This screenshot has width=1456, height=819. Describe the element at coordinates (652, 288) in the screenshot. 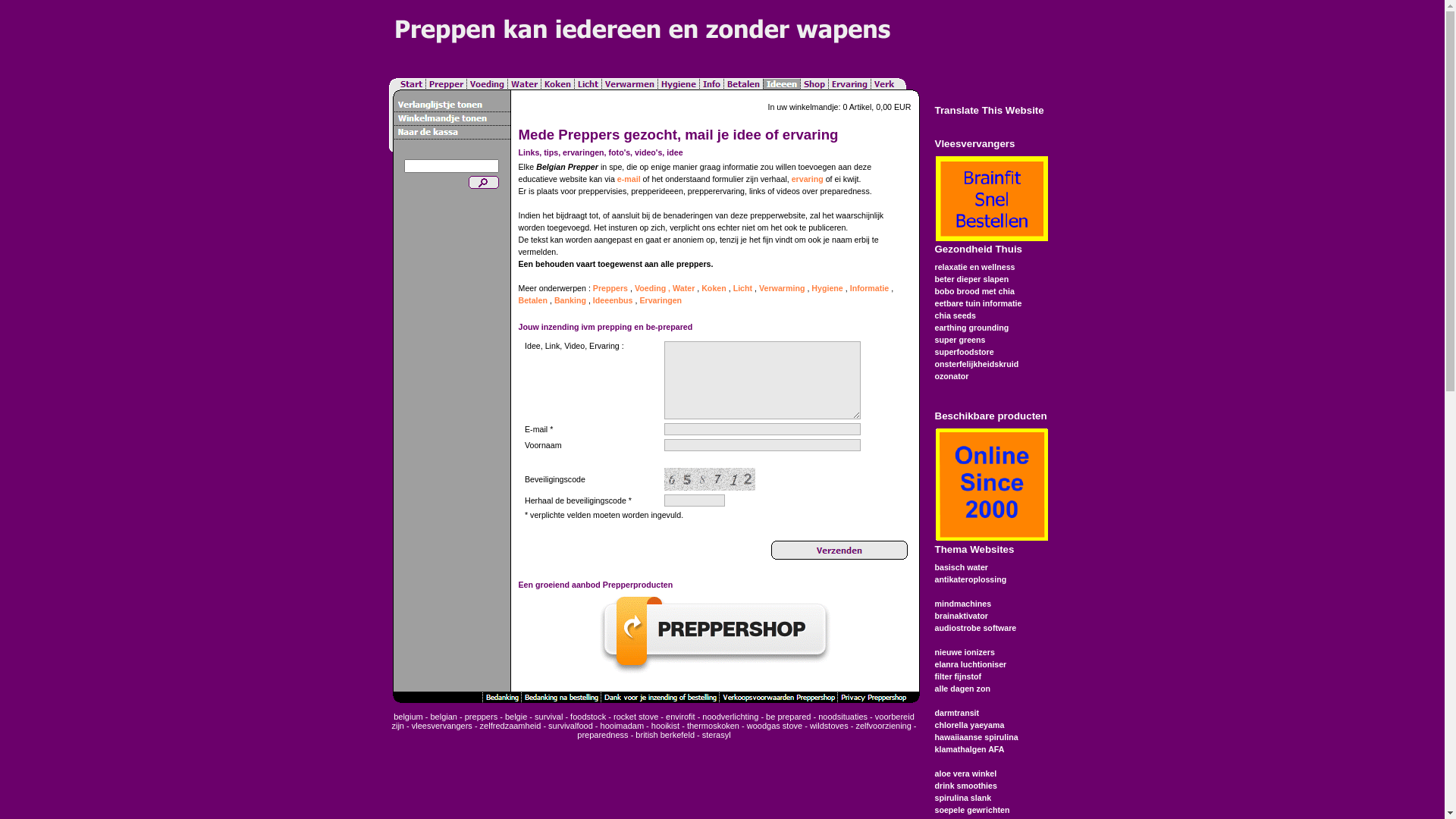

I see `'Voeding ,'` at that location.